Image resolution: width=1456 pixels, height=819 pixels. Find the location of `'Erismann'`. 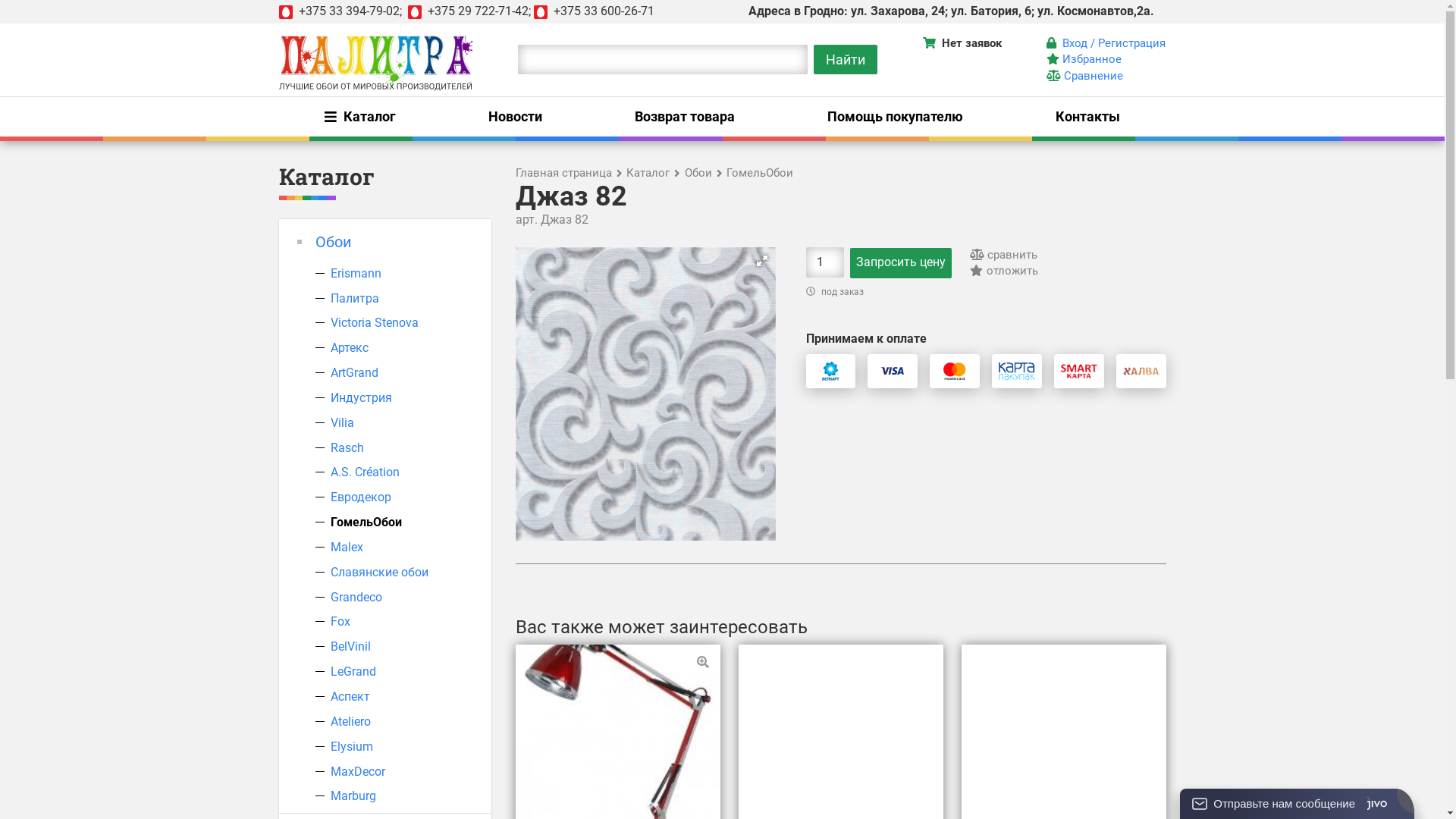

'Erismann' is located at coordinates (330, 273).